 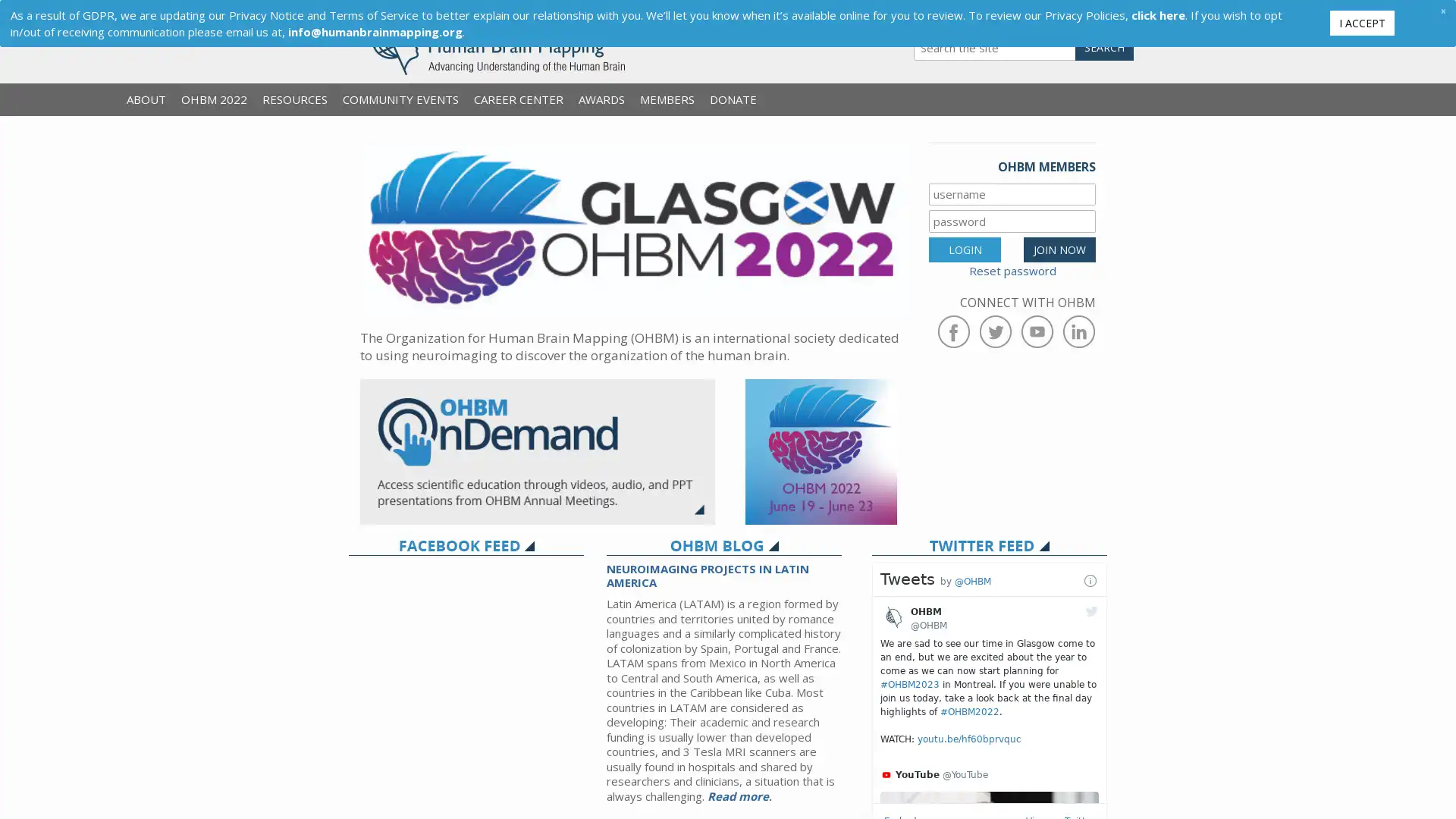 What do you see at coordinates (1361, 22) in the screenshot?
I see `I ACCEPT` at bounding box center [1361, 22].